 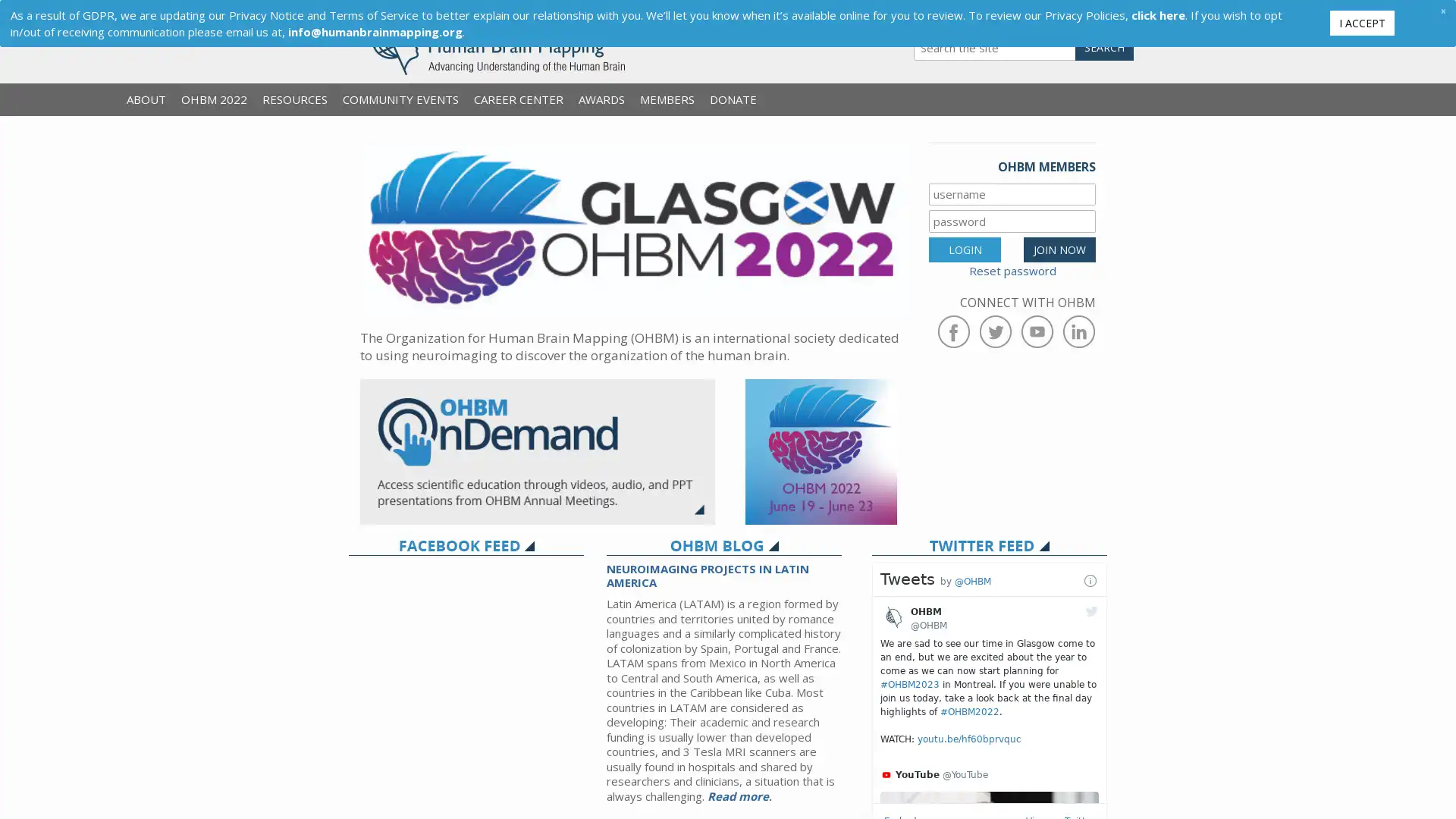 What do you see at coordinates (1361, 22) in the screenshot?
I see `I ACCEPT` at bounding box center [1361, 22].